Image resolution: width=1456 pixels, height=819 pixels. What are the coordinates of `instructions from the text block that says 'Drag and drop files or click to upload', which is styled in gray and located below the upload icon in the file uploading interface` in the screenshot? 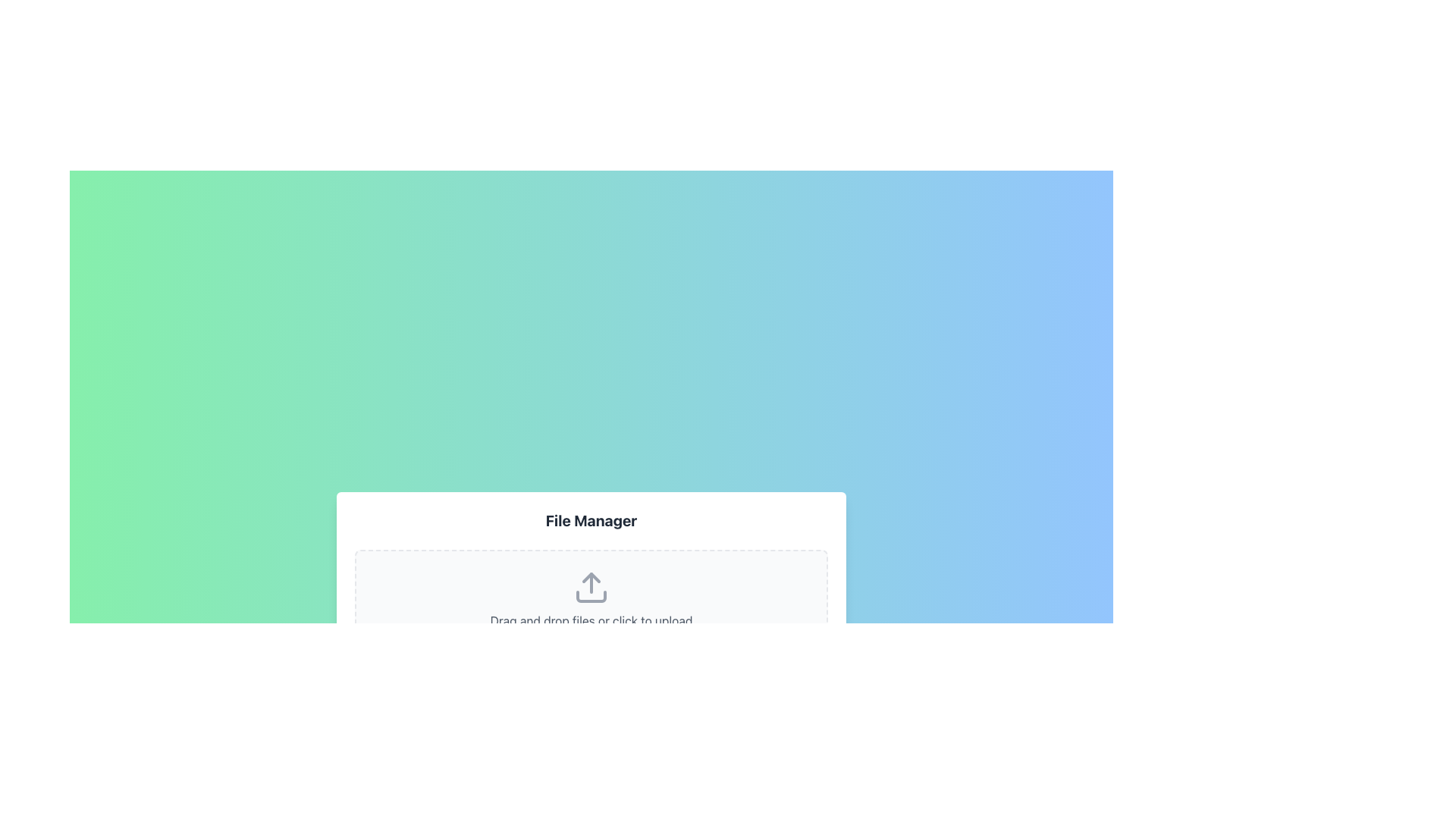 It's located at (590, 620).